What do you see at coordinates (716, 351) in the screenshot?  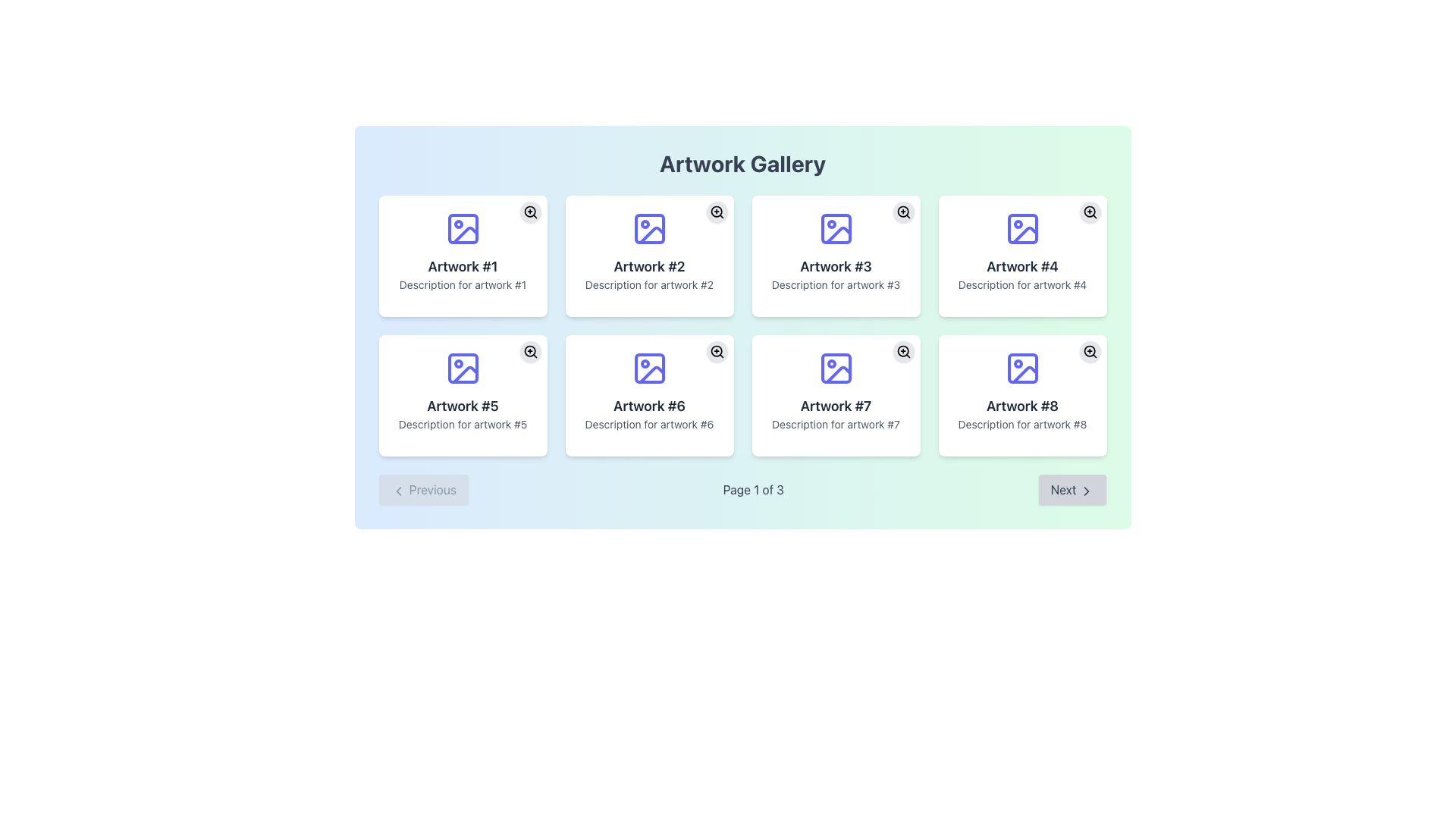 I see `the zoom-in control button, which is a circular button with a magnifying glass icon and a plus sign, located in the top-right corner of the card for 'Artwork #6'` at bounding box center [716, 351].